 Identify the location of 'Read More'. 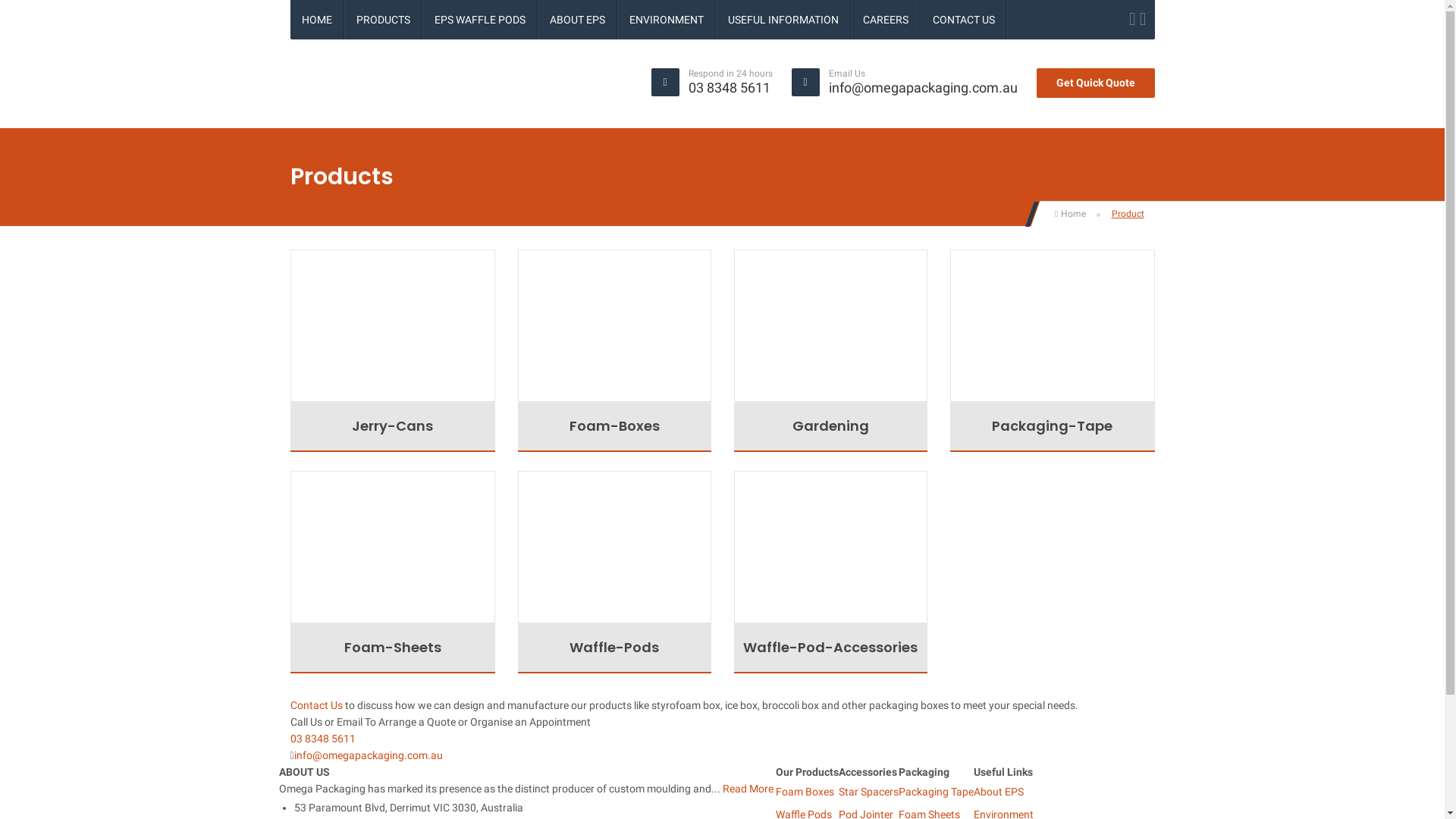
(747, 788).